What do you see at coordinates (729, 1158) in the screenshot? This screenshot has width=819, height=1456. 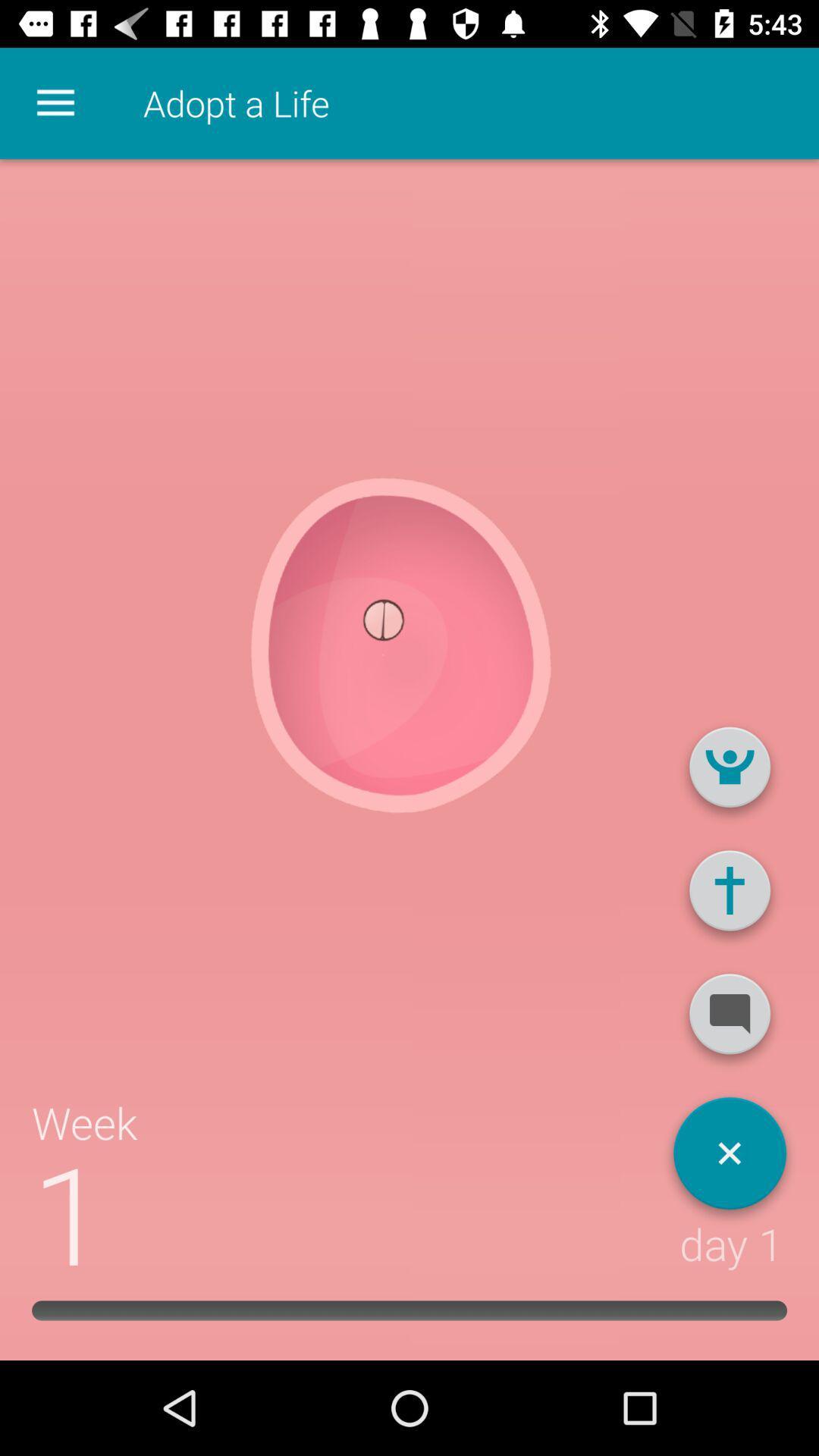 I see `the close icon` at bounding box center [729, 1158].